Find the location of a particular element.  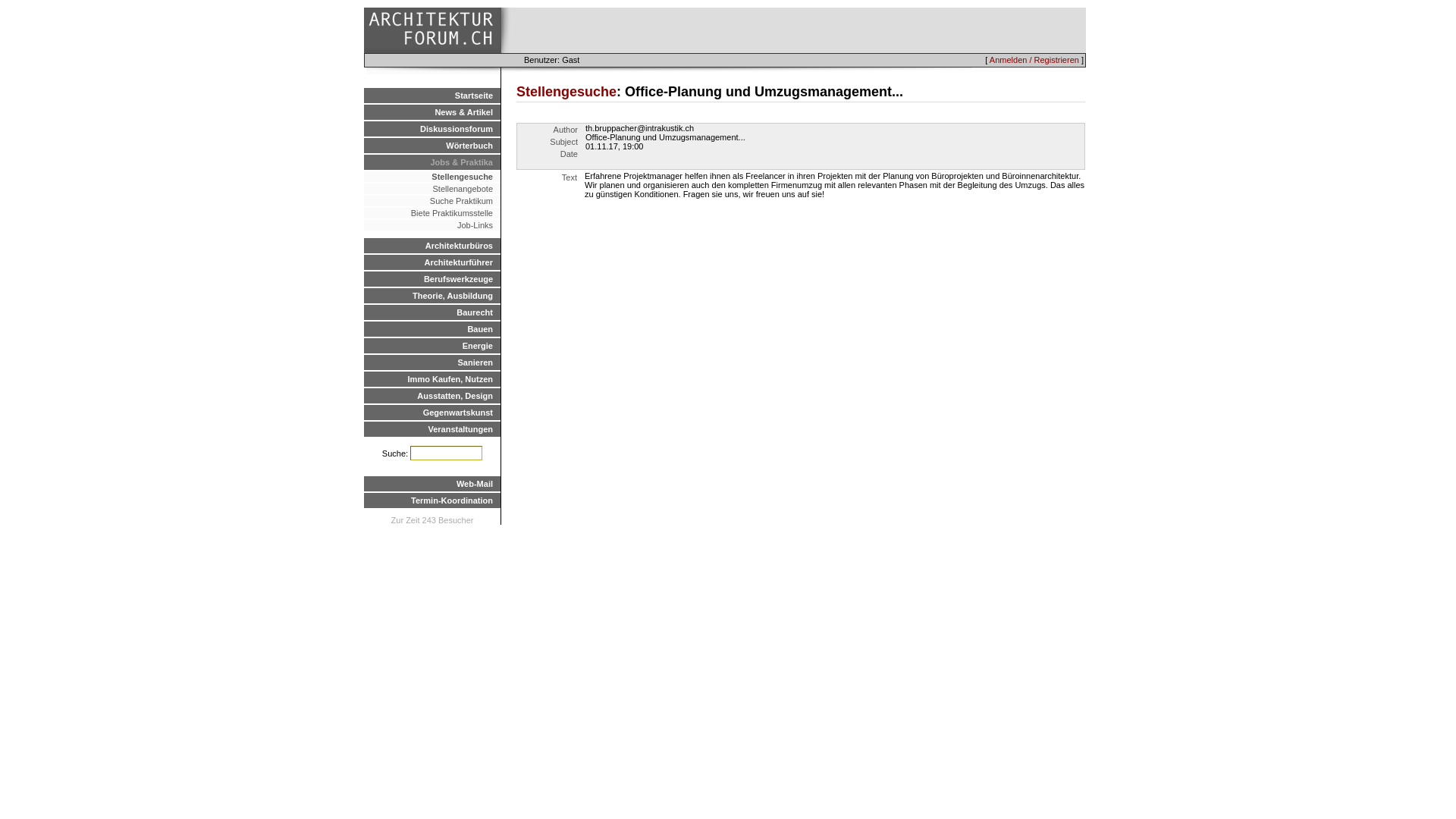

'Web-Mail' is located at coordinates (431, 483).